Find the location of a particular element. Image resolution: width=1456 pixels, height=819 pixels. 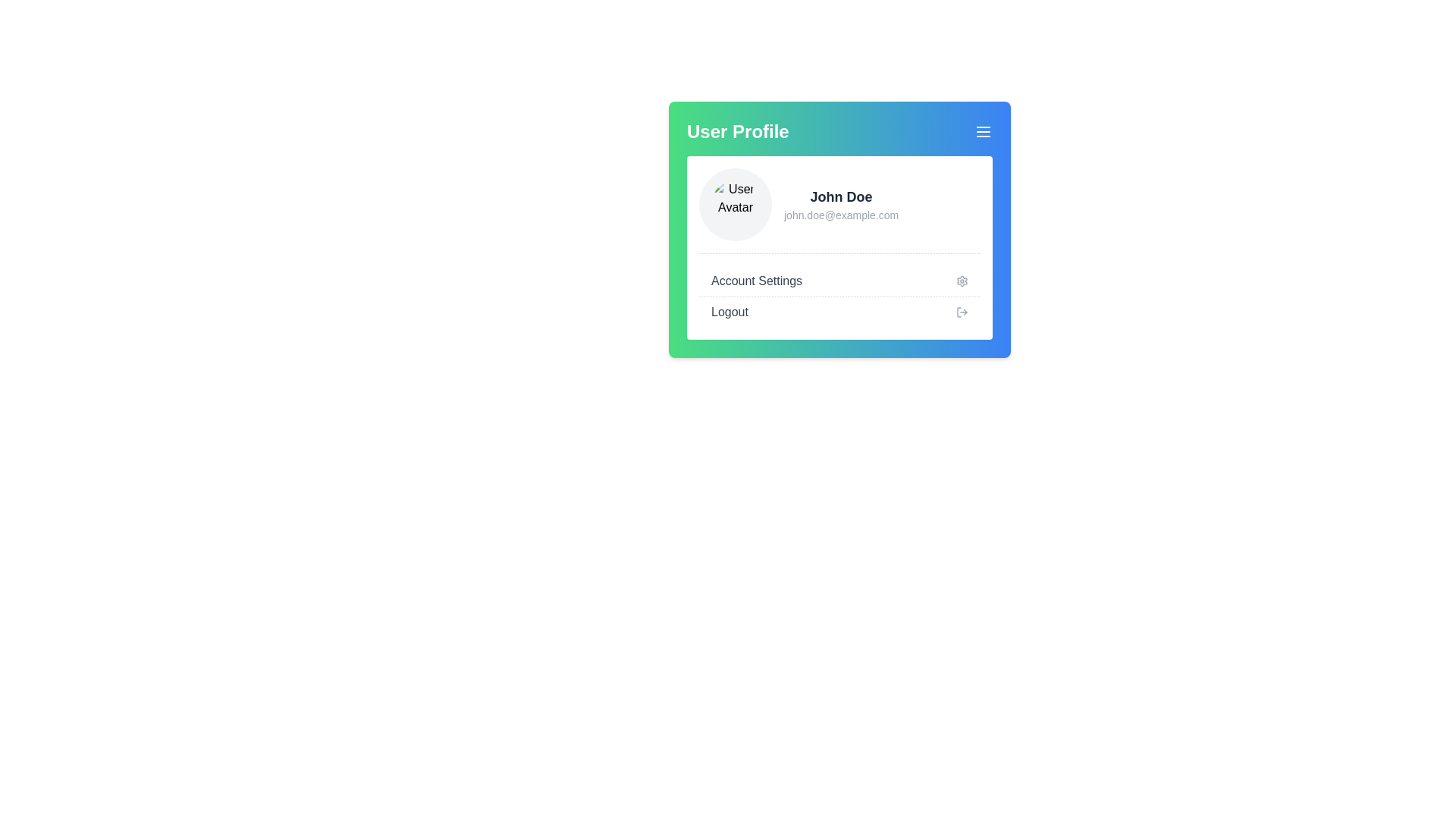

the horizontal dotted gray Divider Line that separates the 'Account Settings' and 'Logout' options in the dropdown menu is located at coordinates (839, 297).